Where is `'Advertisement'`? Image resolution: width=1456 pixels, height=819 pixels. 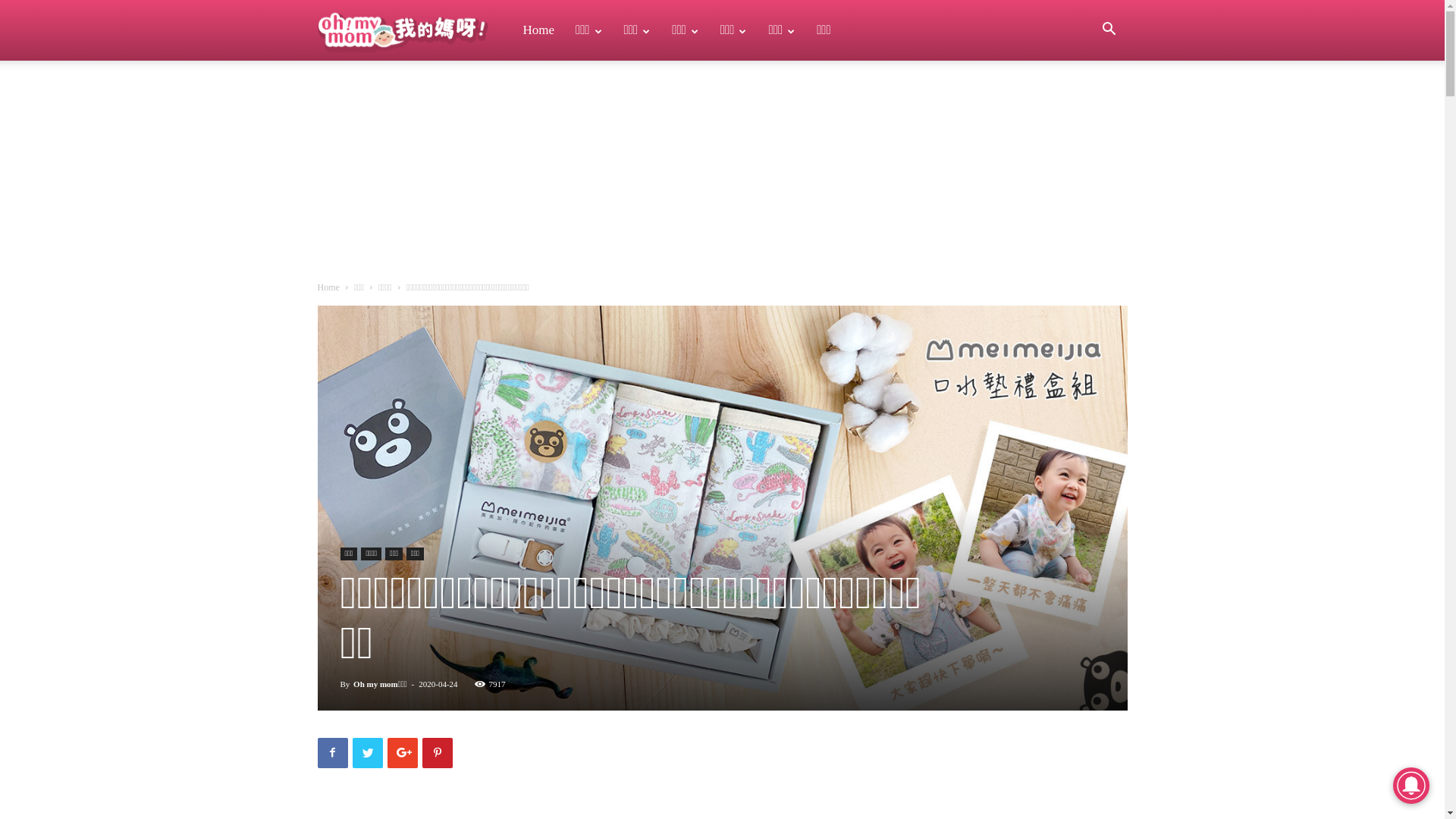
'Advertisement' is located at coordinates (353, 174).